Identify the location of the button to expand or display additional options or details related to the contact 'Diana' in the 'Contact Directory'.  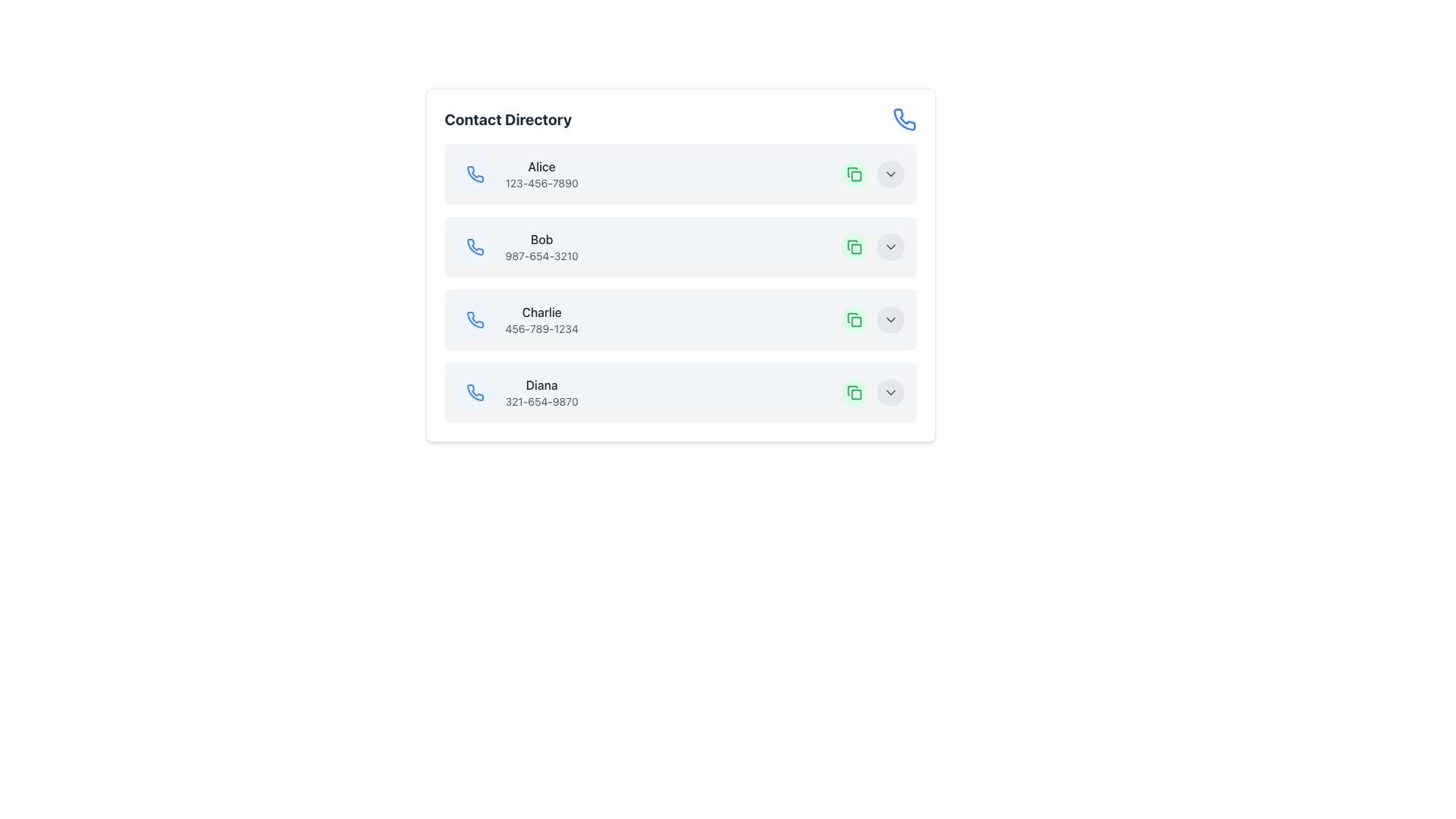
(890, 391).